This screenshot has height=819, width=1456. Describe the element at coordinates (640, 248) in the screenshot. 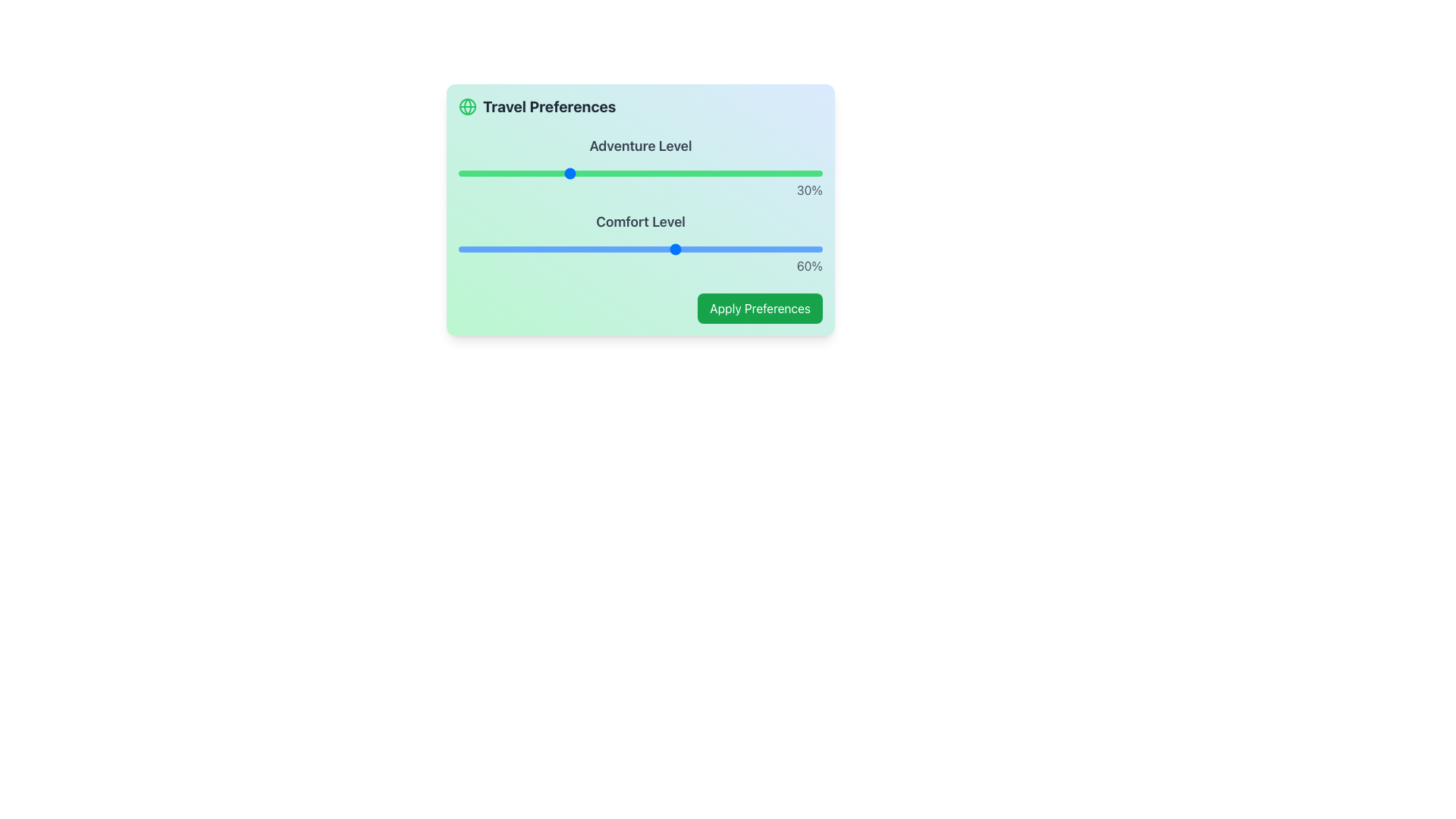

I see `the horizontal slider with a blue bar and a circular thumb, located below the text 'Comfort Level' and above '60%', to set a value` at that location.